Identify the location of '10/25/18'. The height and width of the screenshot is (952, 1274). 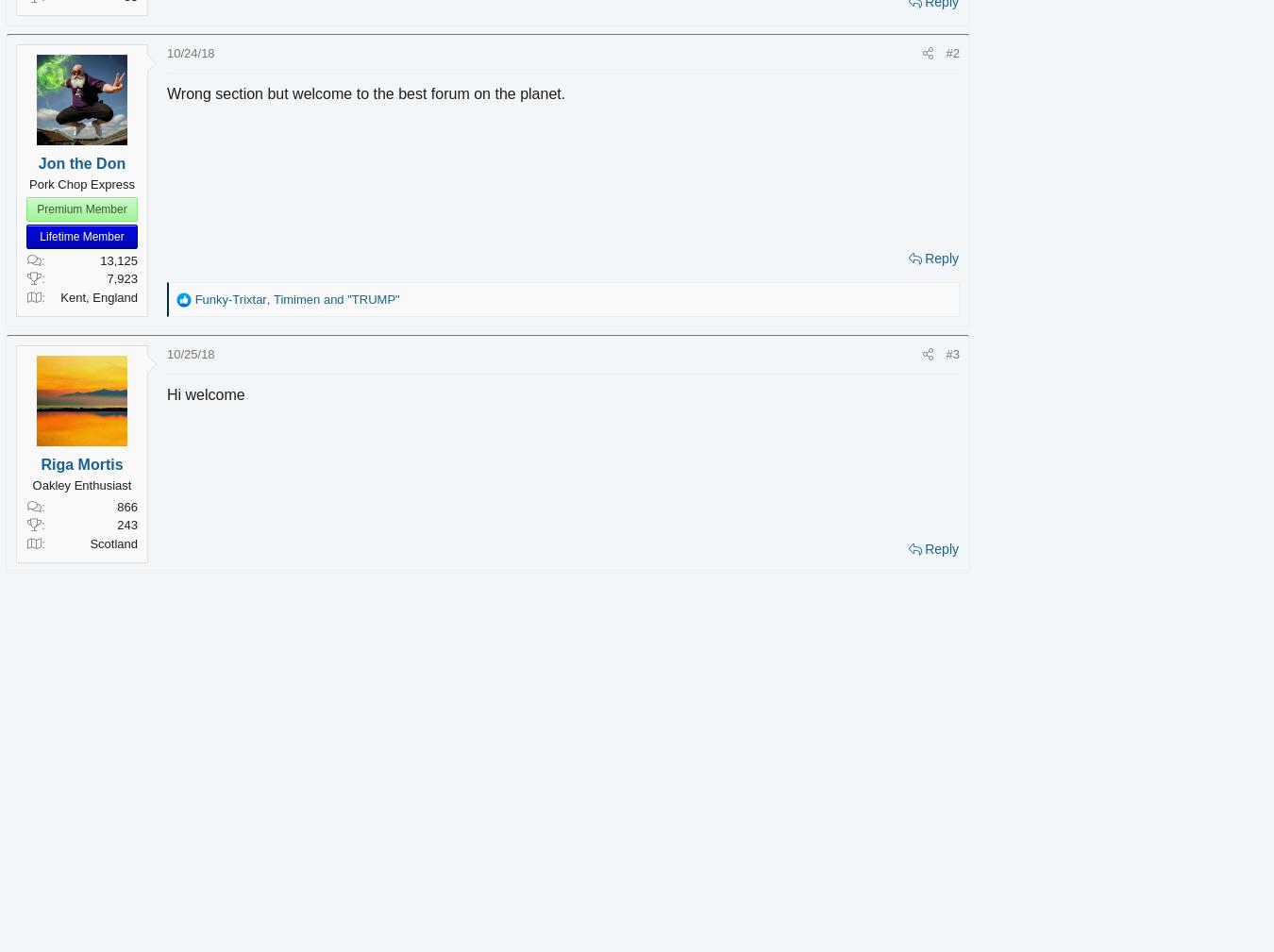
(216, 353).